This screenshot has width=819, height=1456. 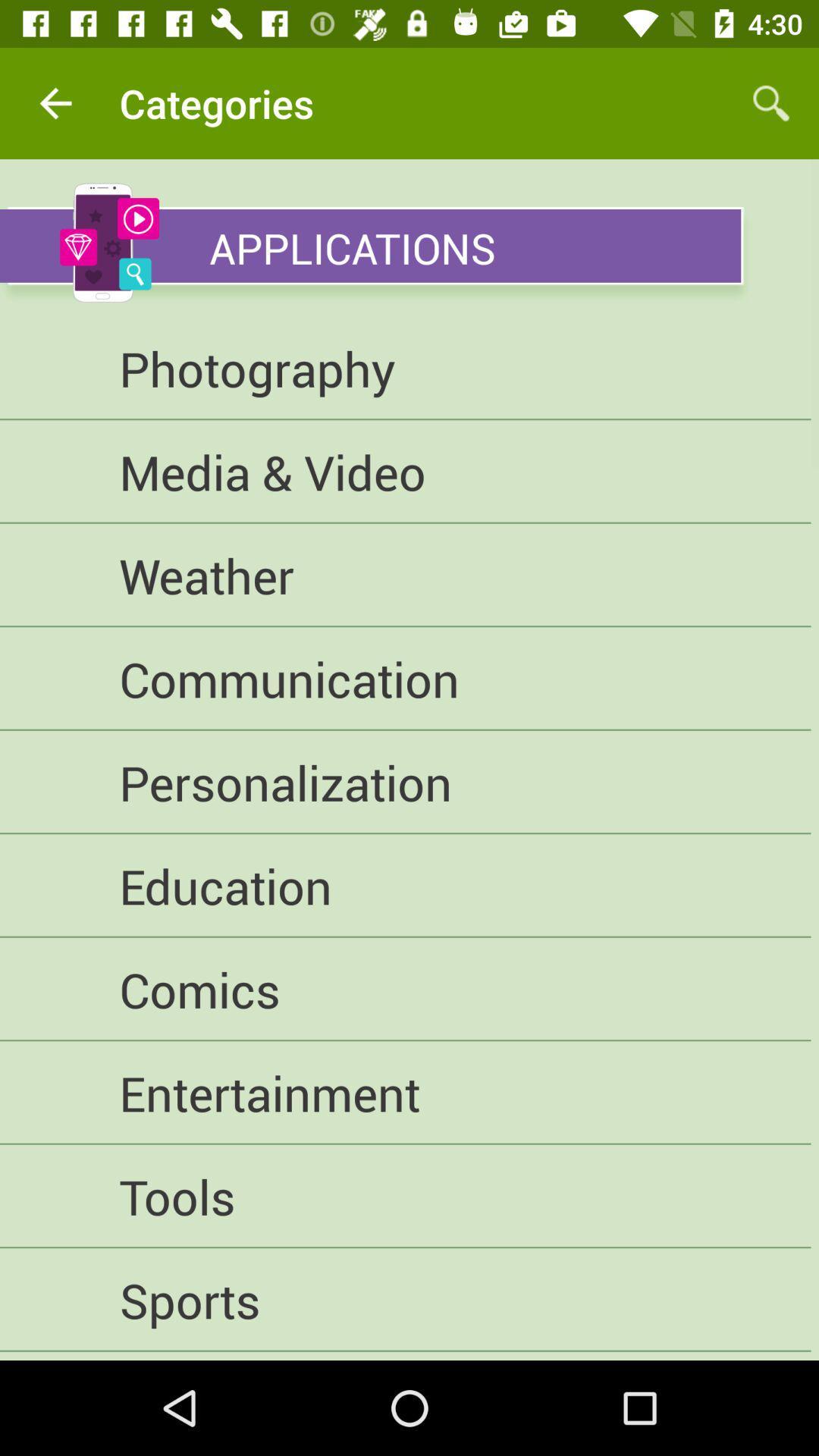 What do you see at coordinates (460, 237) in the screenshot?
I see `applications icon` at bounding box center [460, 237].